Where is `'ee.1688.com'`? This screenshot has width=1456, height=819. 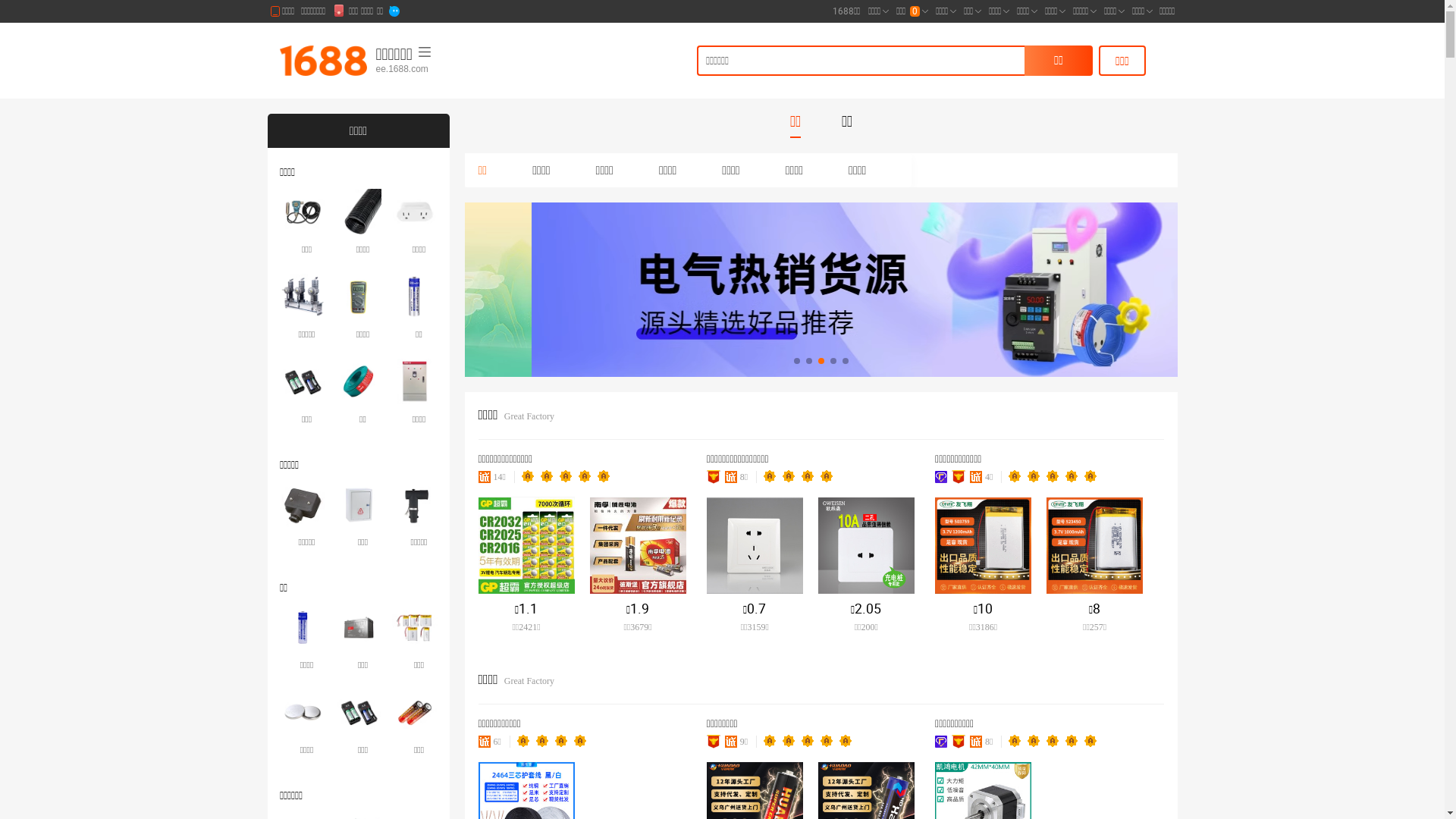
'ee.1688.com' is located at coordinates (450, 69).